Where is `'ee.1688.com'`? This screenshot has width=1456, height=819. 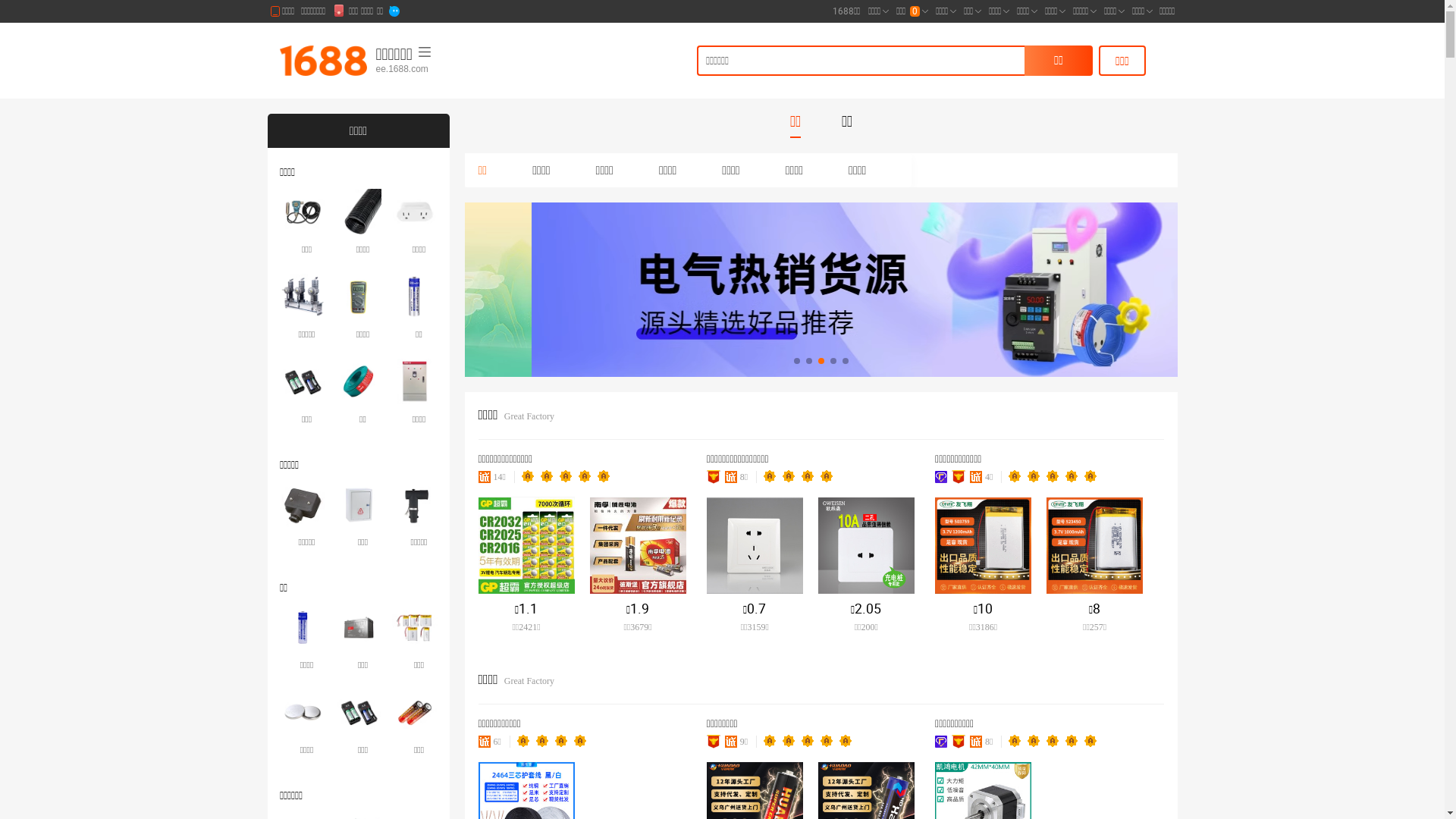
'ee.1688.com' is located at coordinates (450, 69).